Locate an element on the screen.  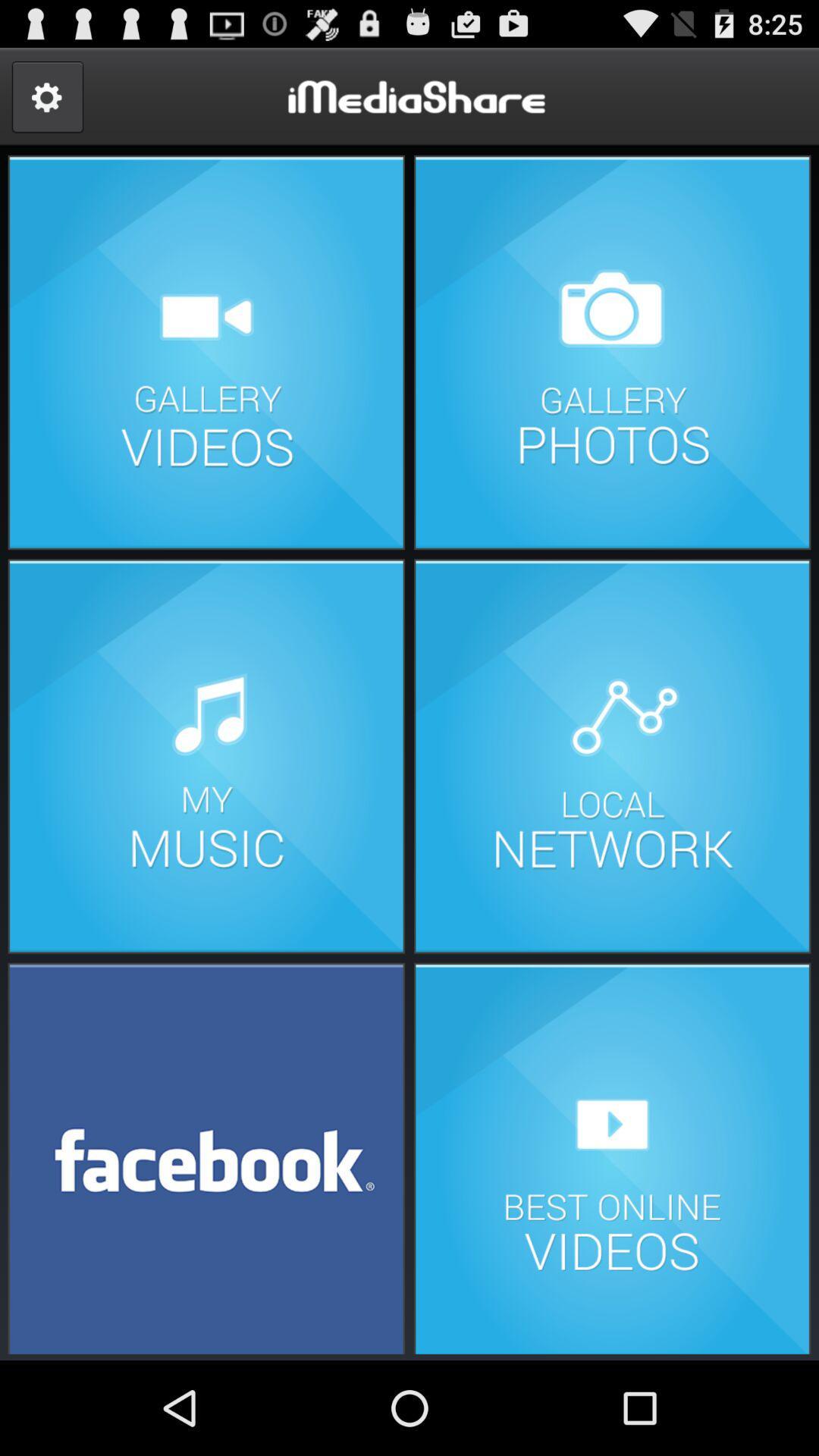
open options is located at coordinates (46, 96).